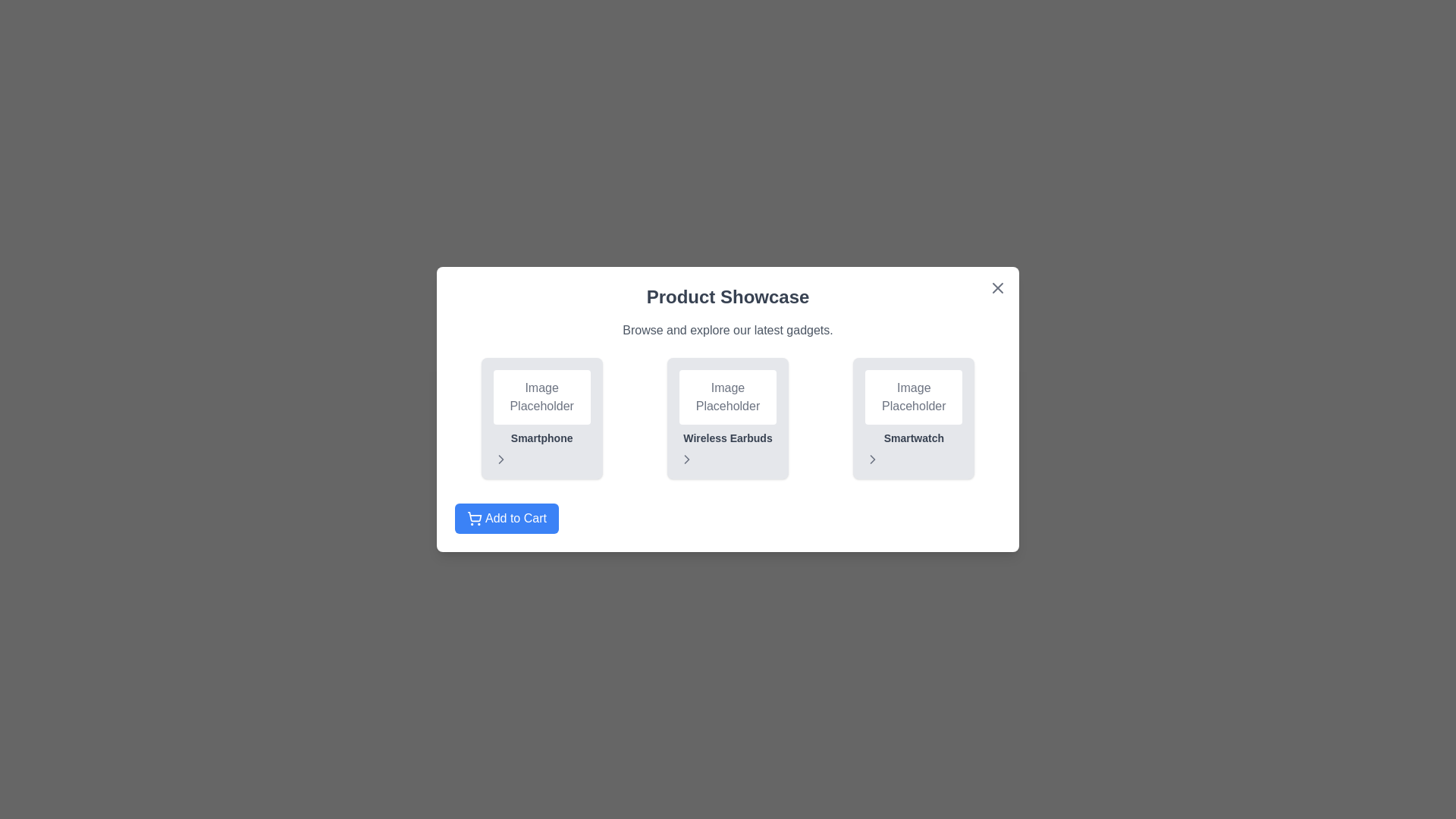 The height and width of the screenshot is (819, 1456). I want to click on keyboard navigation, so click(507, 517).